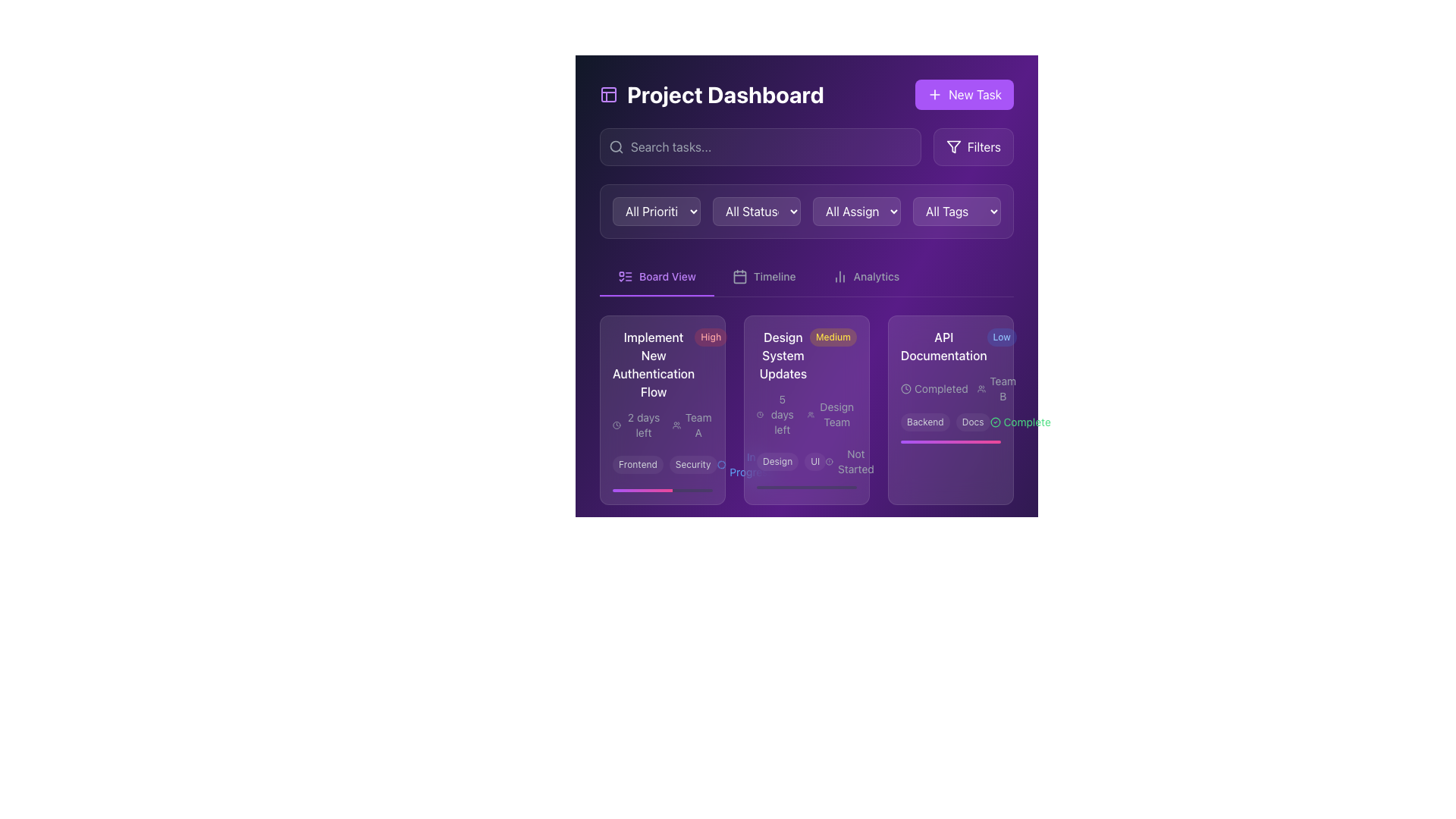 Image resolution: width=1456 pixels, height=819 pixels. I want to click on the icon representing 'Team A' associated with the task 'Implement New Authentication Flow' located in the first card of the leftmost column of the dashboard, so click(676, 425).